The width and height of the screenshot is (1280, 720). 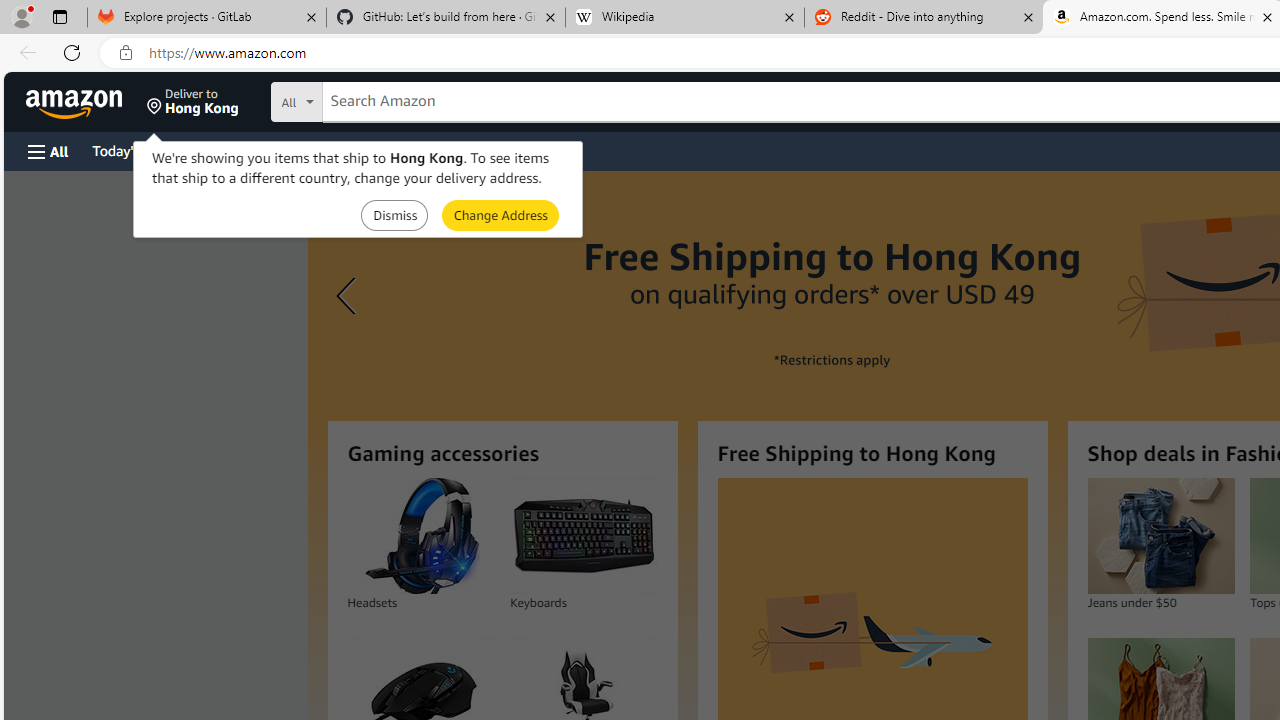 What do you see at coordinates (133, 149) in the screenshot?
I see `'Today'` at bounding box center [133, 149].